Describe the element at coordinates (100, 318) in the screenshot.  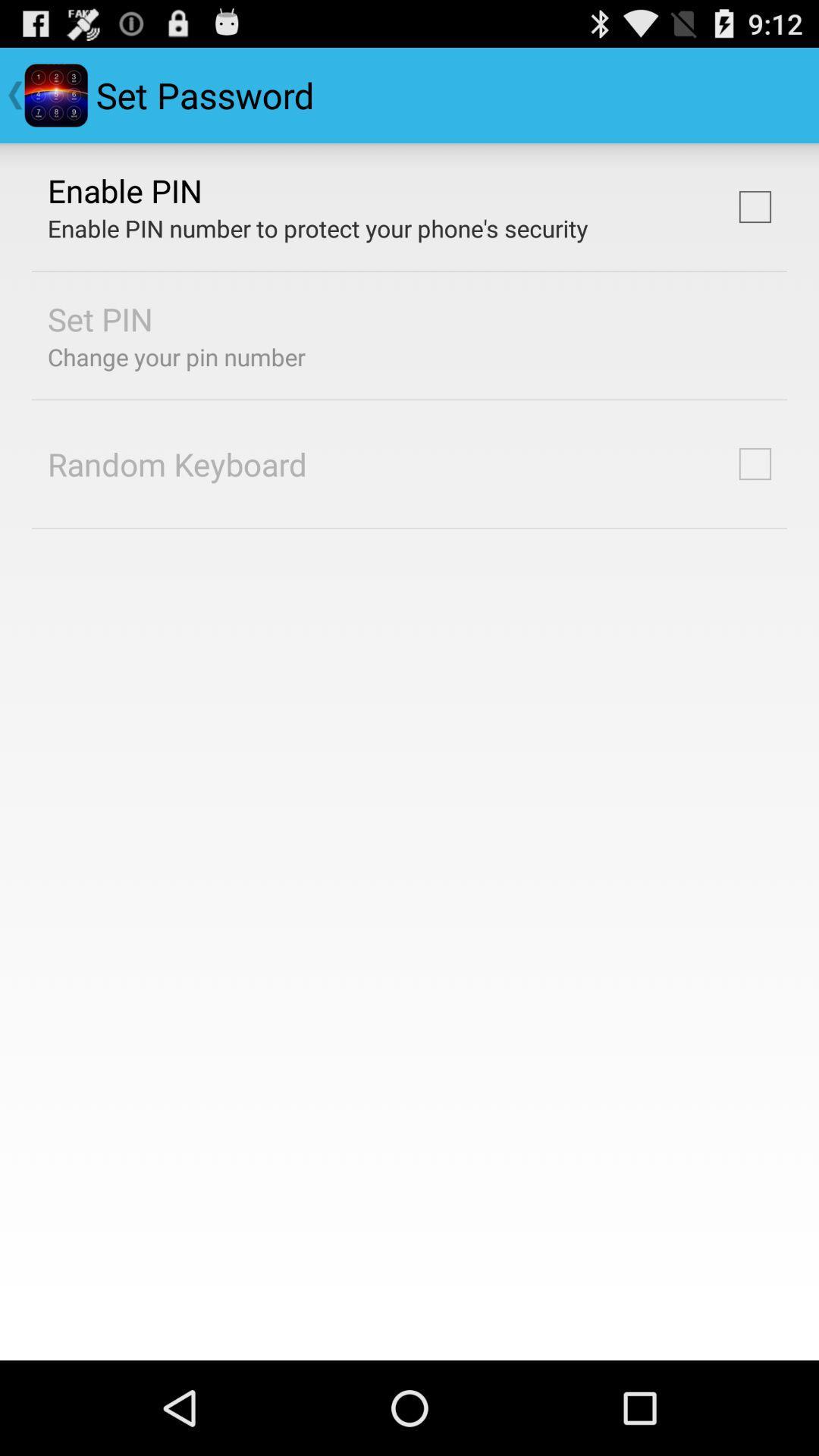
I see `the set pin item` at that location.